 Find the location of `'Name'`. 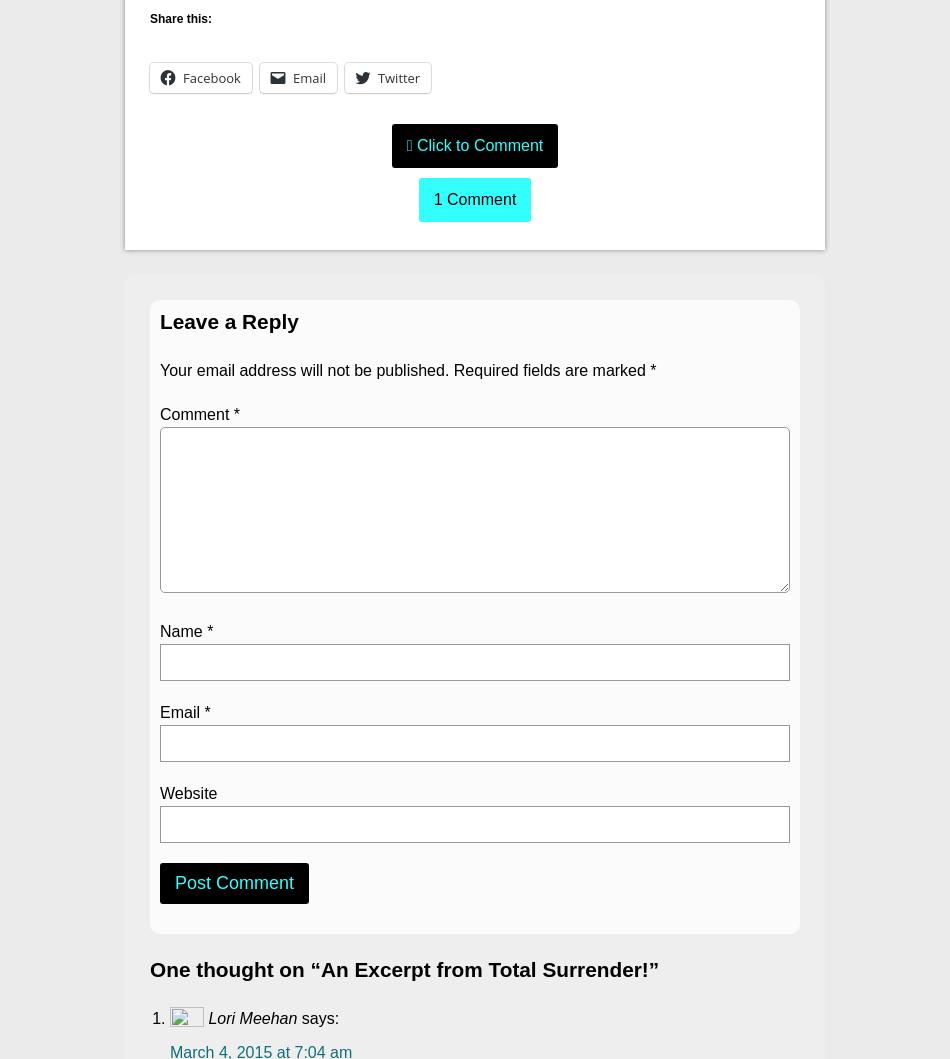

'Name' is located at coordinates (183, 630).